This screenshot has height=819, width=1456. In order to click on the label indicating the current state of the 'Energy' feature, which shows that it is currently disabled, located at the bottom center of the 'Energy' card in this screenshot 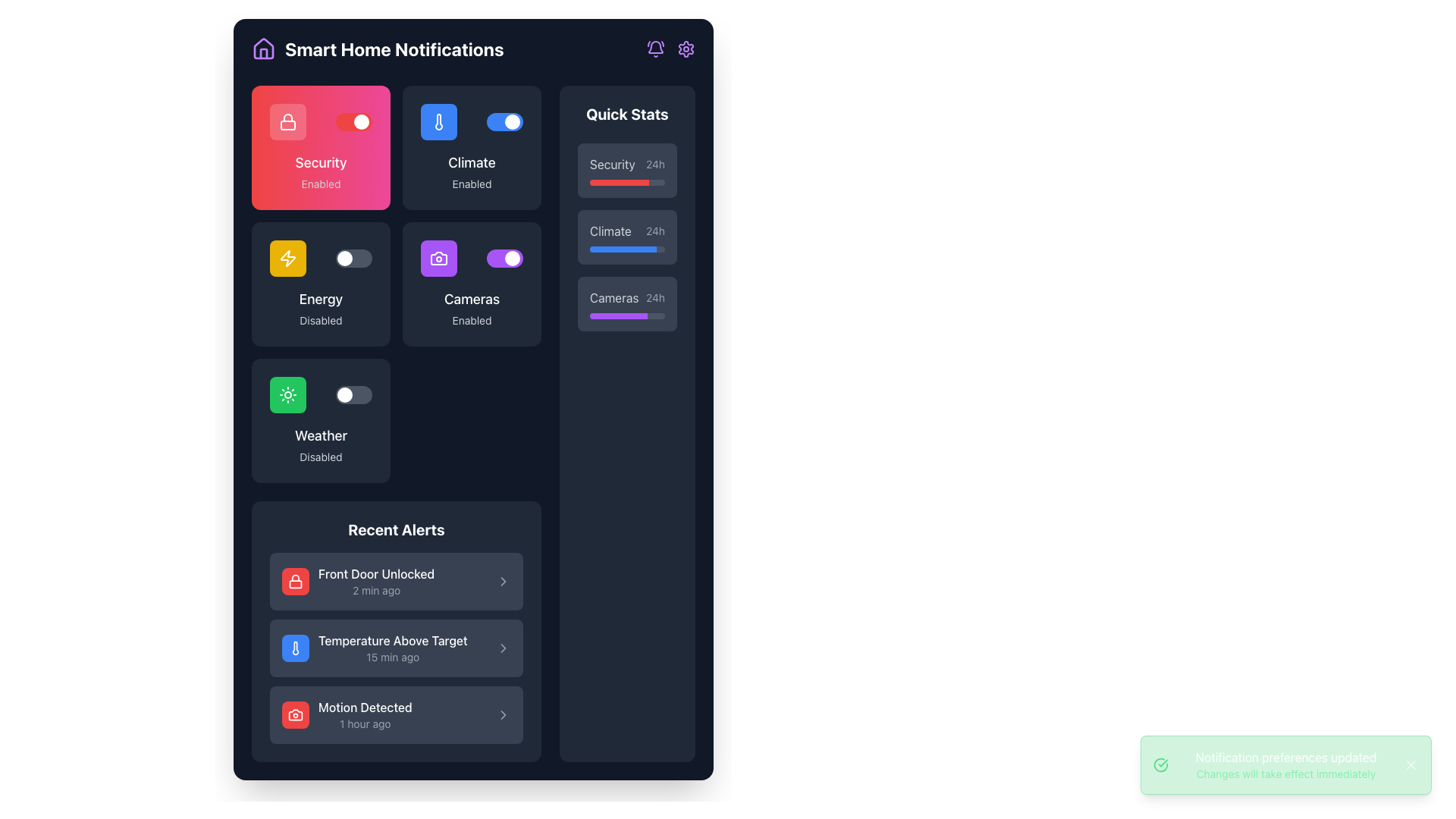, I will do `click(320, 320)`.